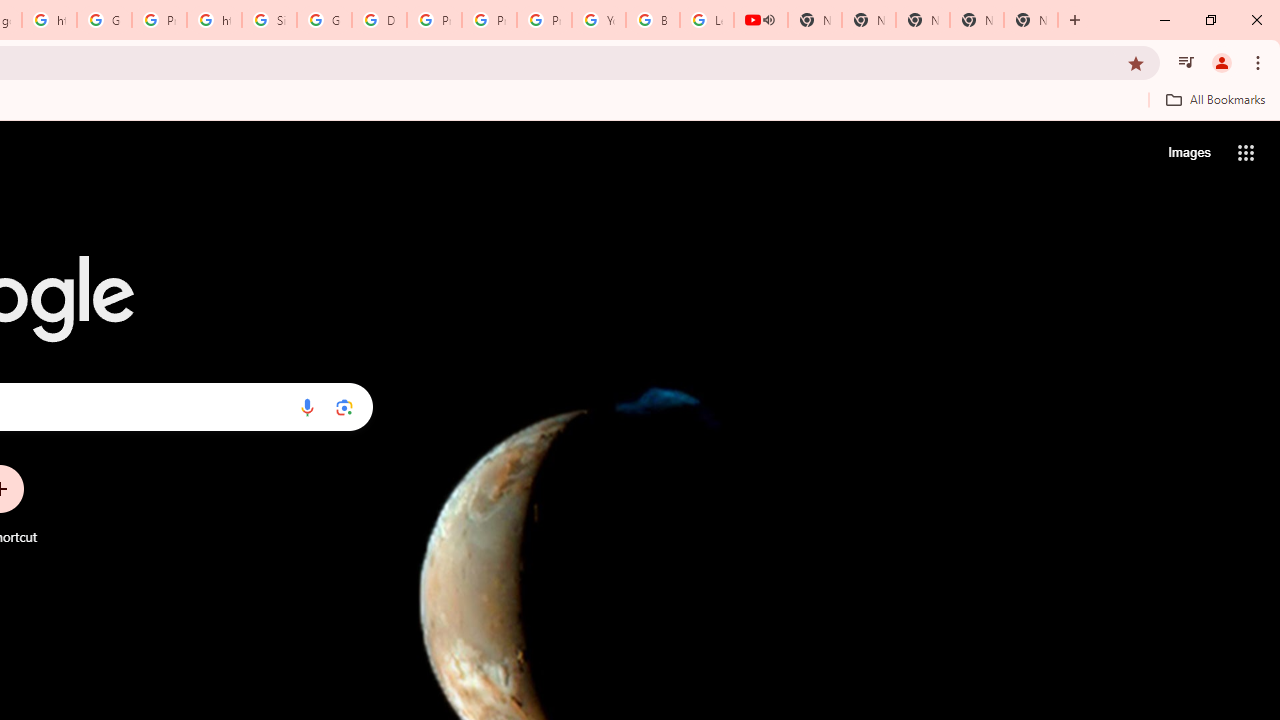 The height and width of the screenshot is (720, 1280). What do you see at coordinates (489, 20) in the screenshot?
I see `'Privacy Help Center - Policies Help'` at bounding box center [489, 20].